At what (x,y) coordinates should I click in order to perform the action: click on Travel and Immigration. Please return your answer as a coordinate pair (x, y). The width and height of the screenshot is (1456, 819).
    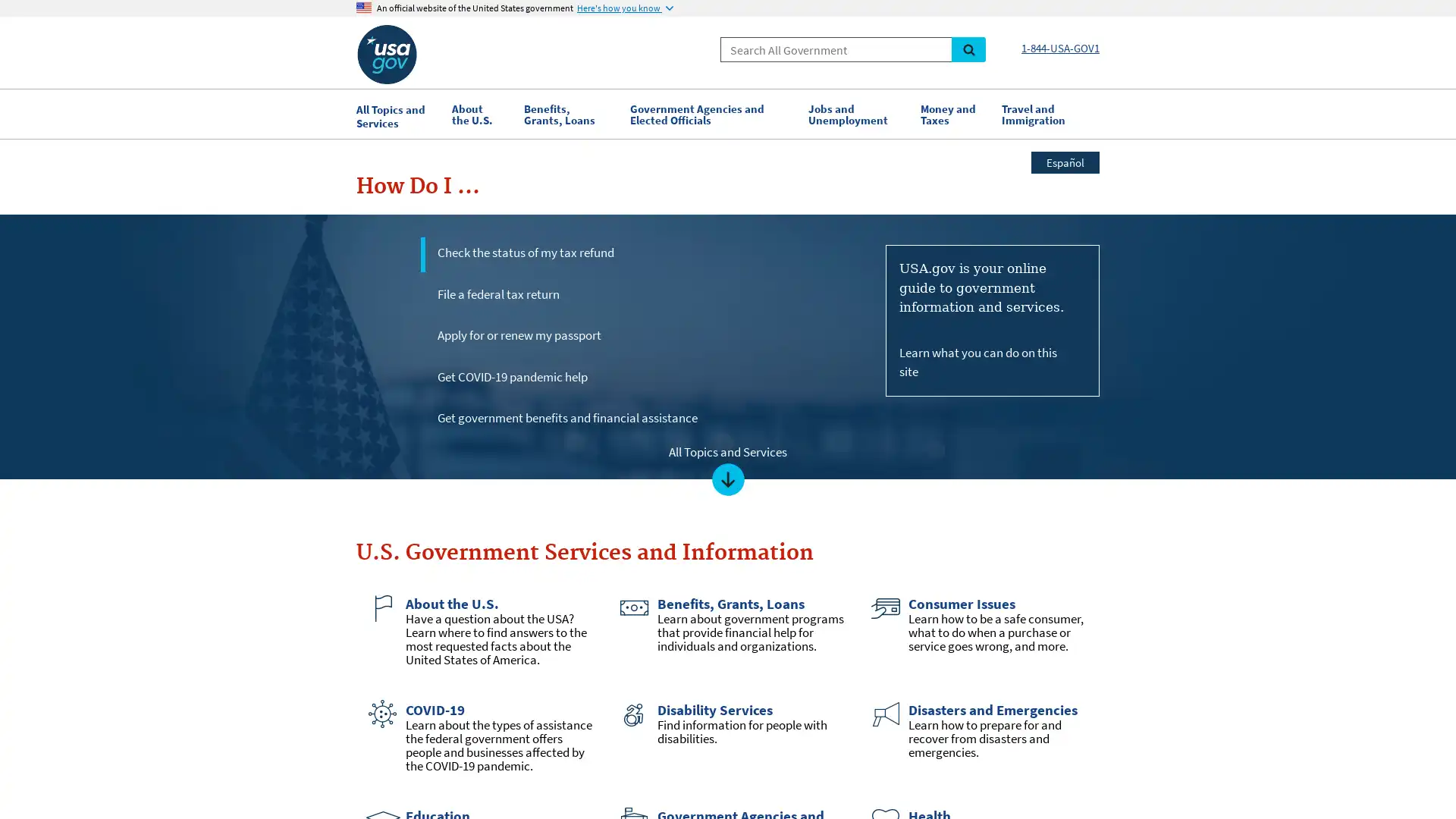
    Looking at the image, I should click on (1046, 113).